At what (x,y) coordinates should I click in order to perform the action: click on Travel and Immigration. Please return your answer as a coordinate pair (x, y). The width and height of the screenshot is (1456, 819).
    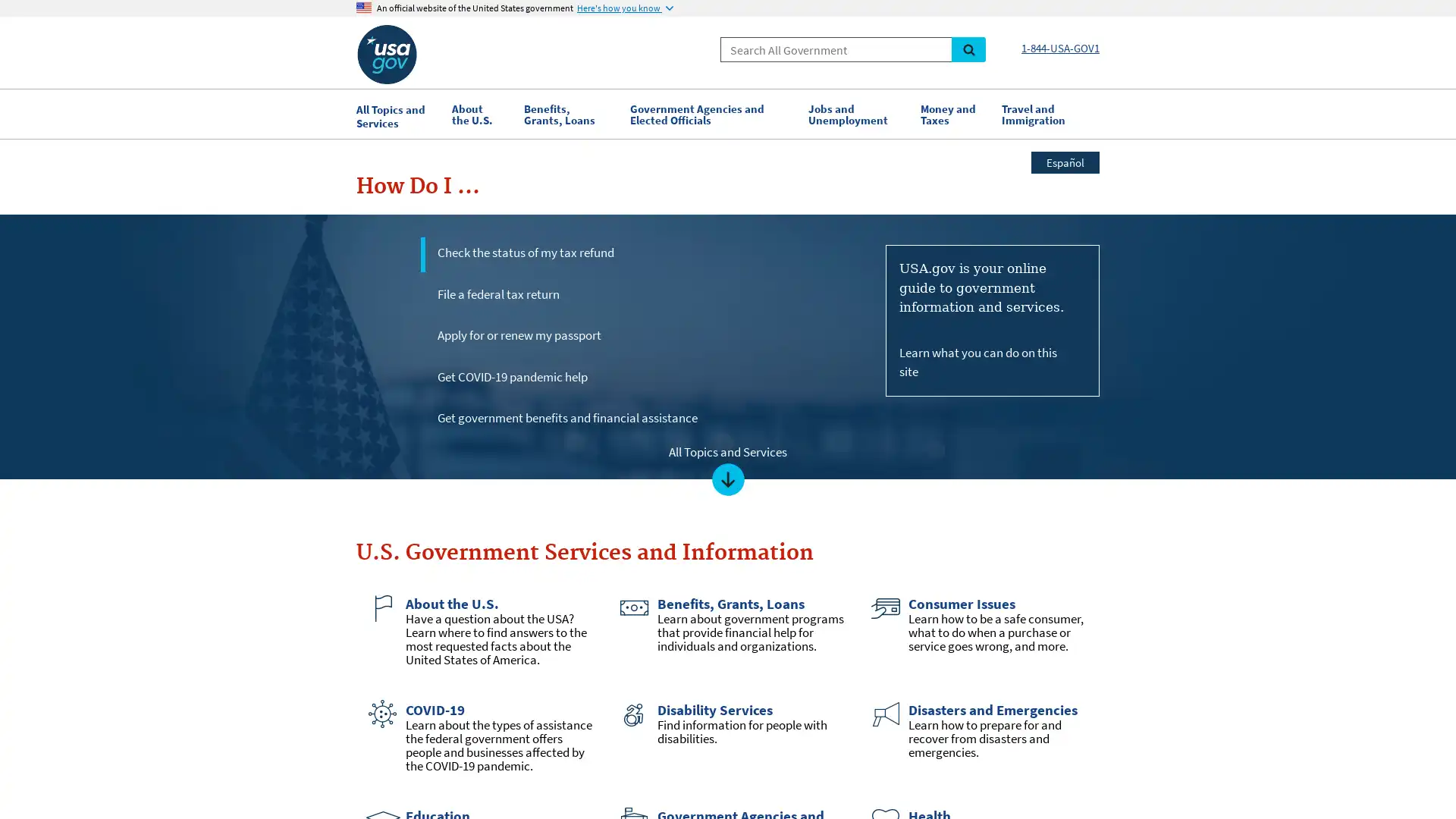
    Looking at the image, I should click on (1046, 113).